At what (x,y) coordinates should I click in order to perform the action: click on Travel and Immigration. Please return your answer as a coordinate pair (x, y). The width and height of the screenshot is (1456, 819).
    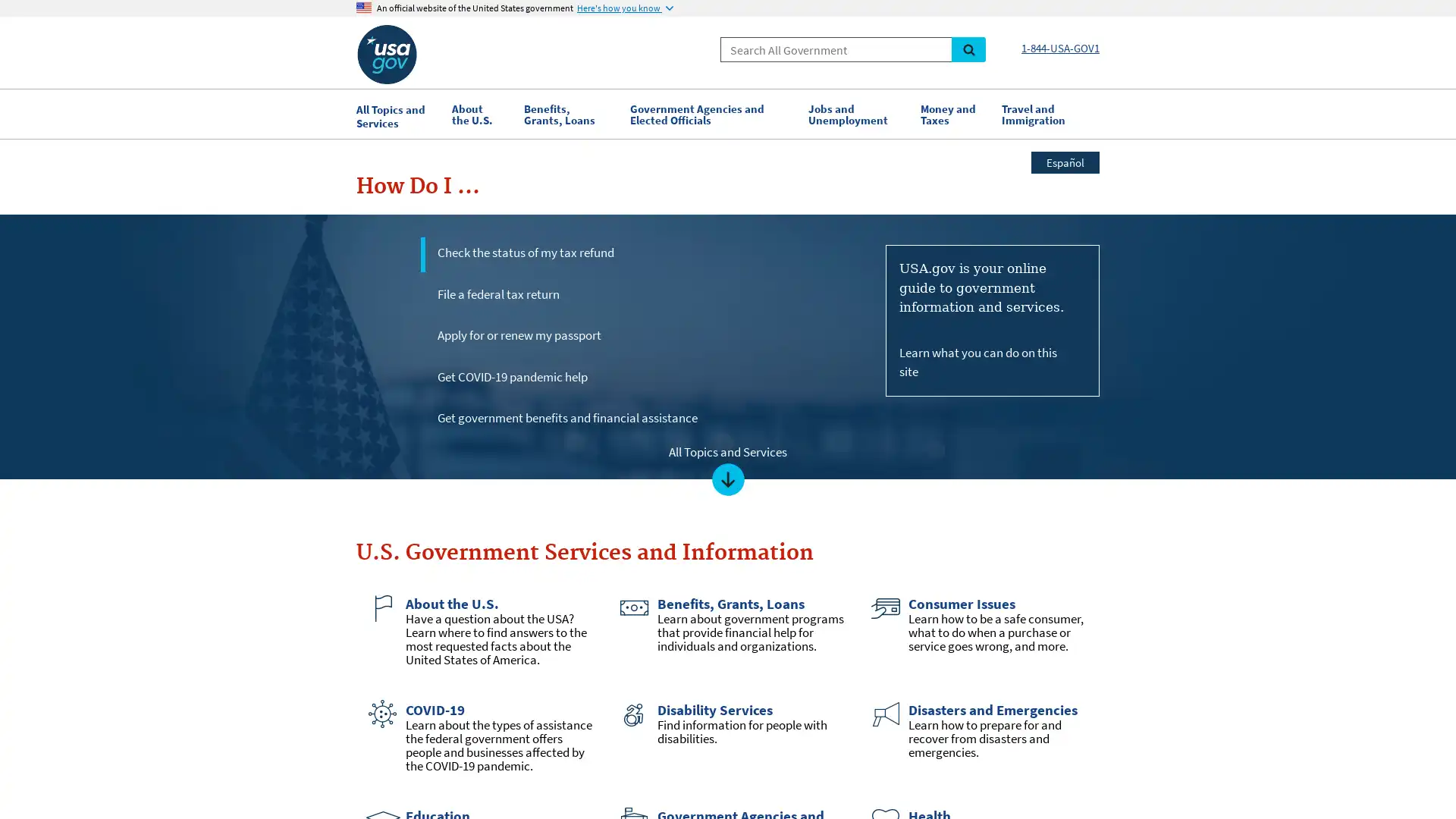
    Looking at the image, I should click on (1046, 113).